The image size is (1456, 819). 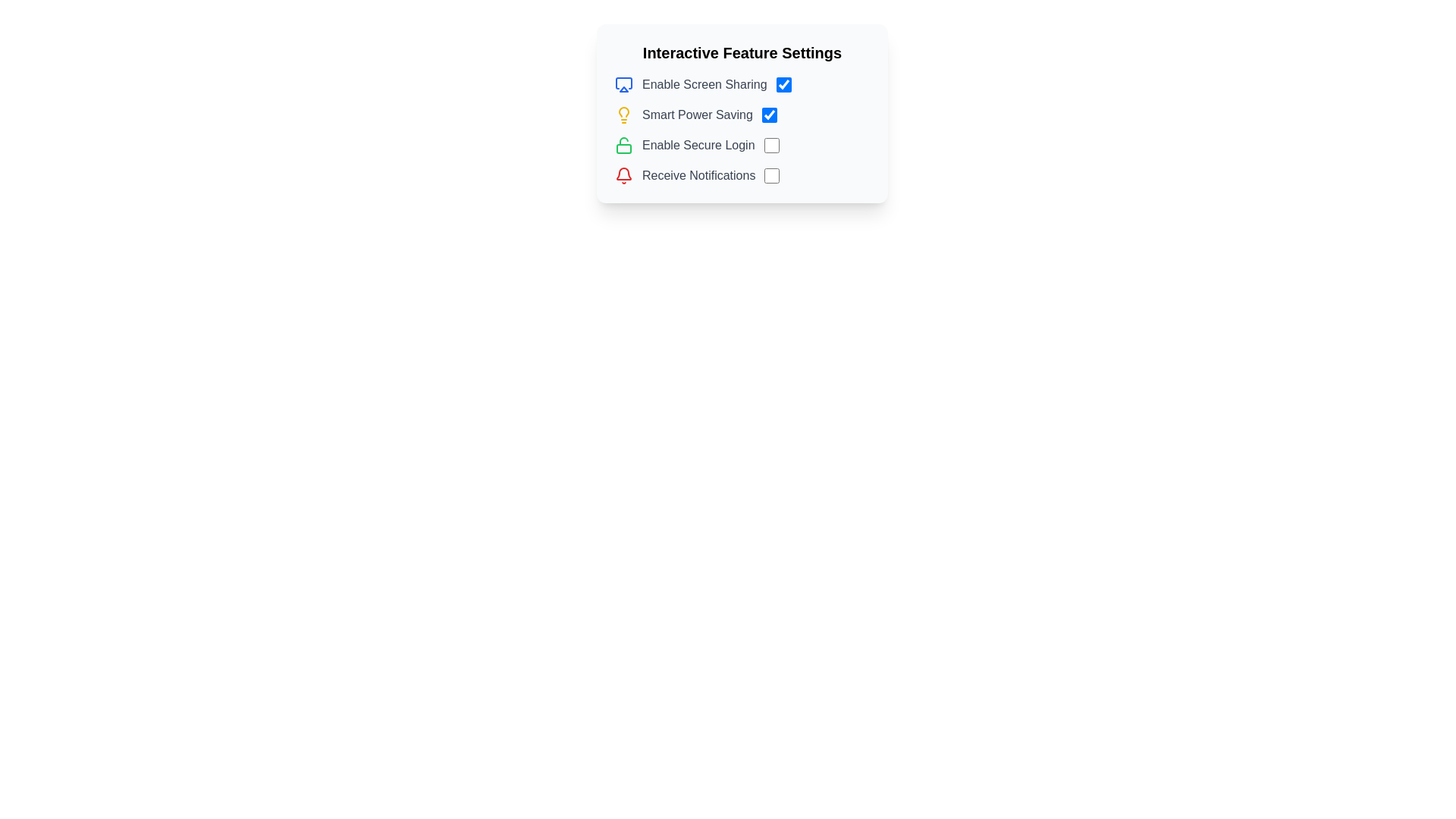 What do you see at coordinates (698, 146) in the screenshot?
I see `the descriptive text label for the secure login functionality, which is located between a lock icon and a checkbox in the settings panel` at bounding box center [698, 146].